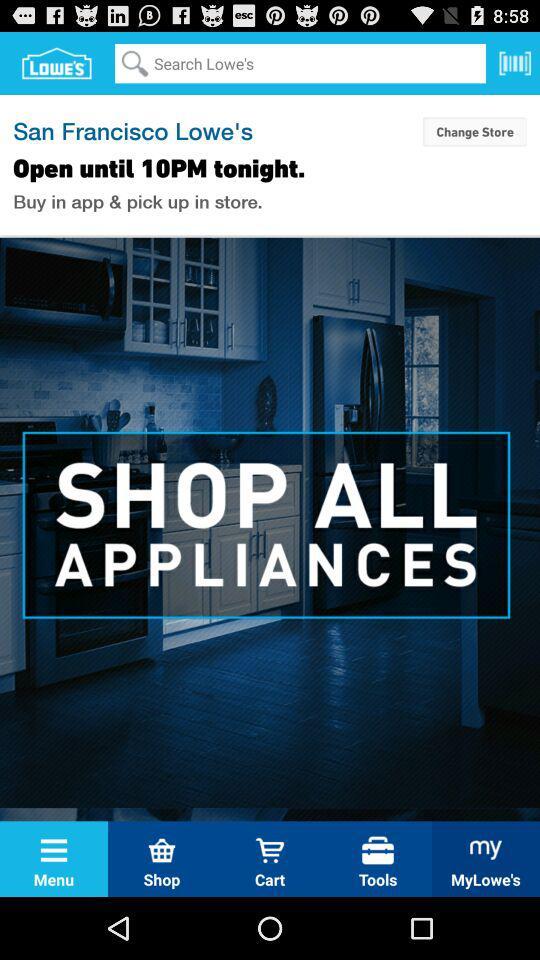 The image size is (540, 960). What do you see at coordinates (270, 849) in the screenshot?
I see `the cart icon` at bounding box center [270, 849].